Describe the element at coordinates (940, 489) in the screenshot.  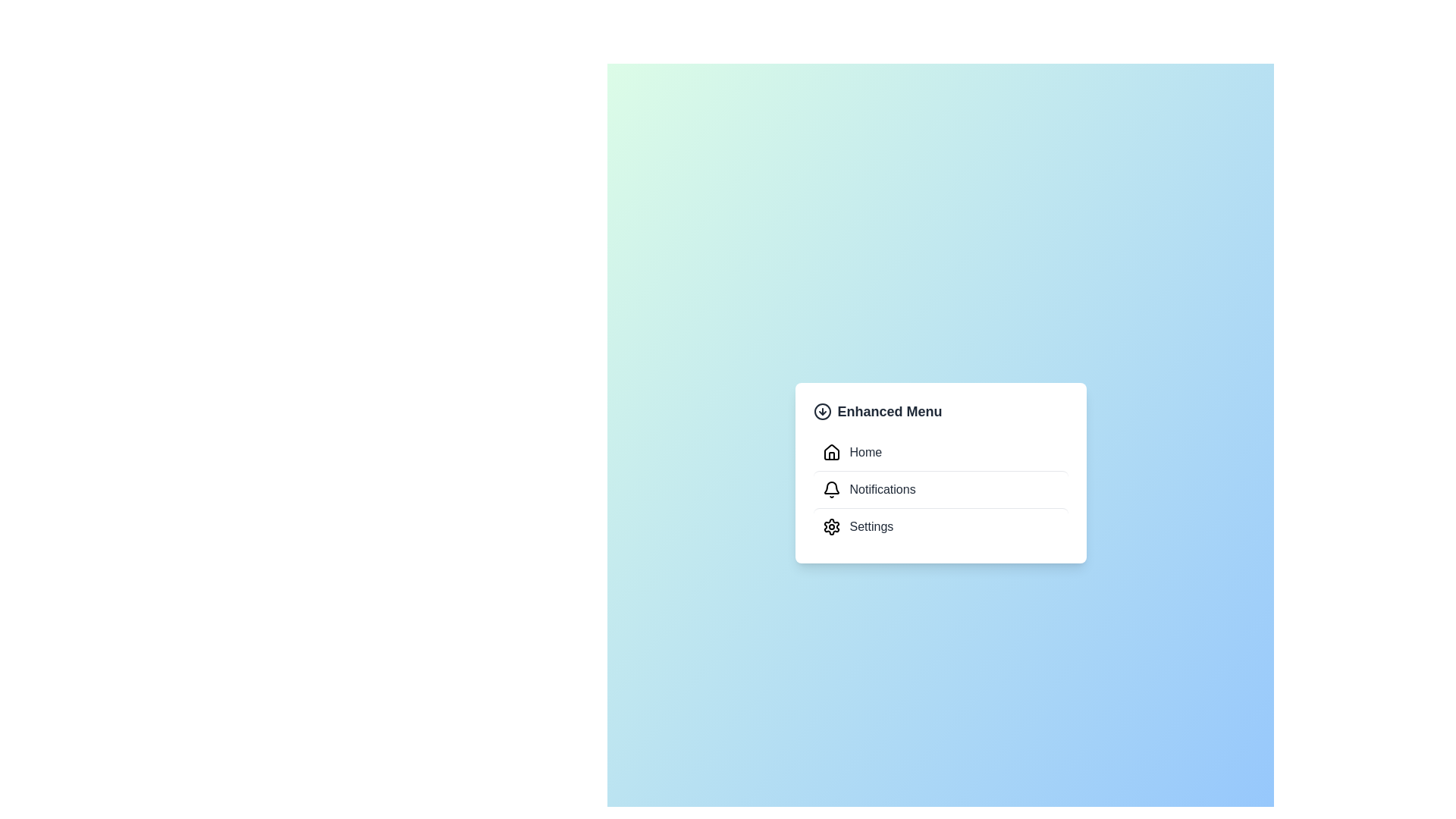
I see `the Notifications menu item to navigate` at that location.